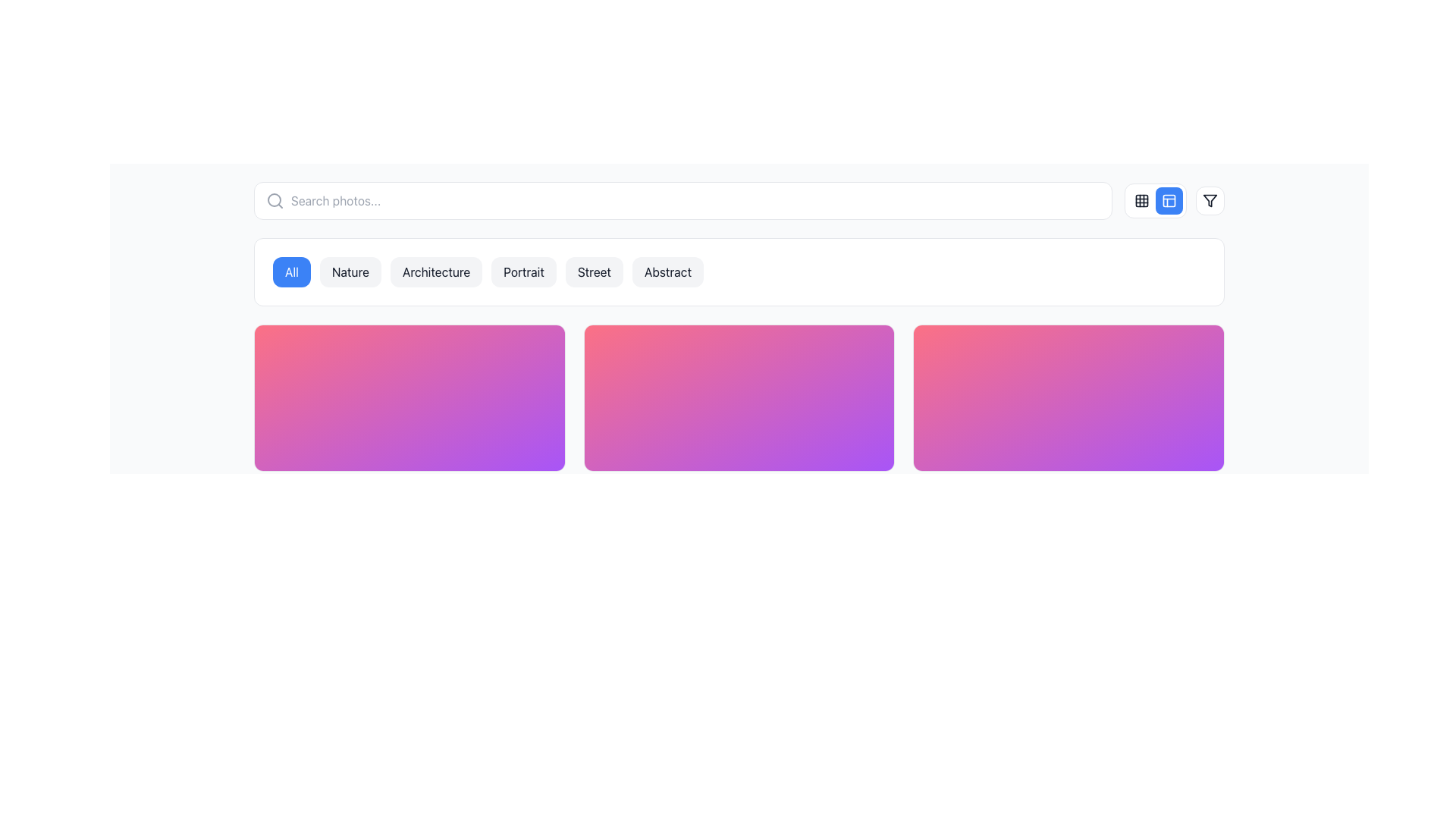 Image resolution: width=1456 pixels, height=819 pixels. What do you see at coordinates (1068, 397) in the screenshot?
I see `the third clickable card component with a gradient background, positioned in the upper right section of the interface` at bounding box center [1068, 397].